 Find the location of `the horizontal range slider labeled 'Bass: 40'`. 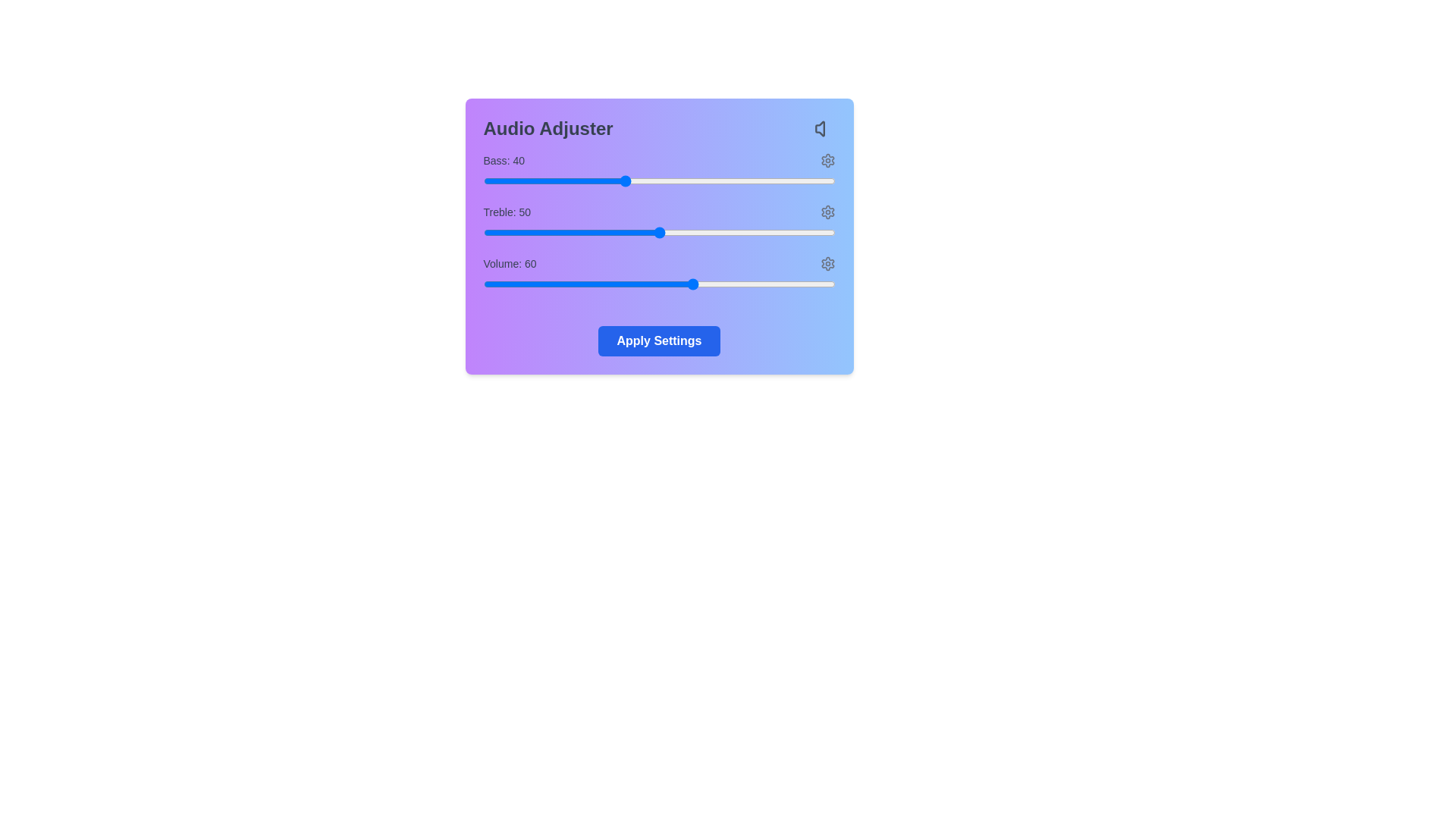

the horizontal range slider labeled 'Bass: 40' is located at coordinates (659, 171).